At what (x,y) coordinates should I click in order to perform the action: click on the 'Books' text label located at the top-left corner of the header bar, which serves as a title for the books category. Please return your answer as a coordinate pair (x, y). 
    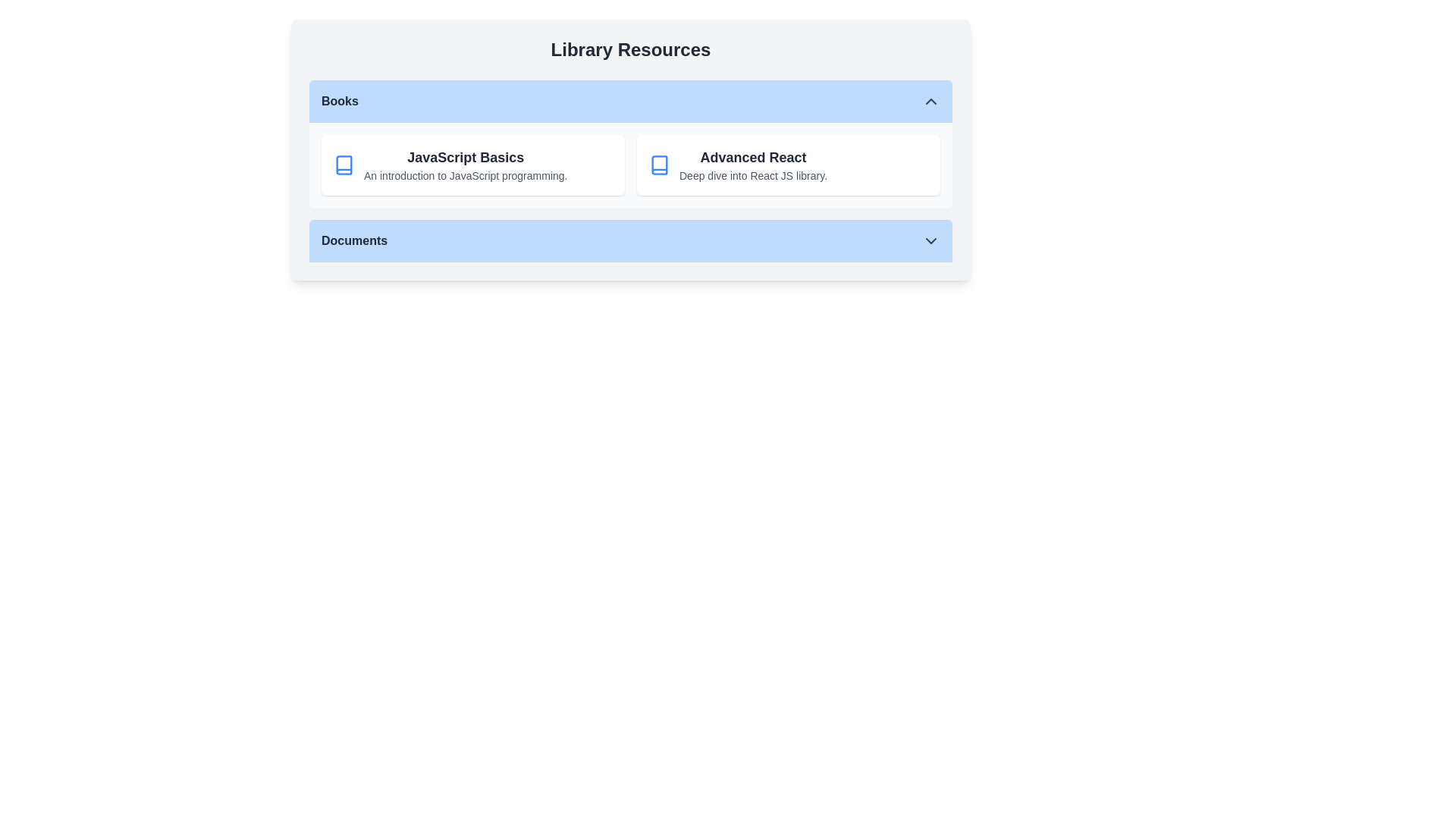
    Looking at the image, I should click on (339, 102).